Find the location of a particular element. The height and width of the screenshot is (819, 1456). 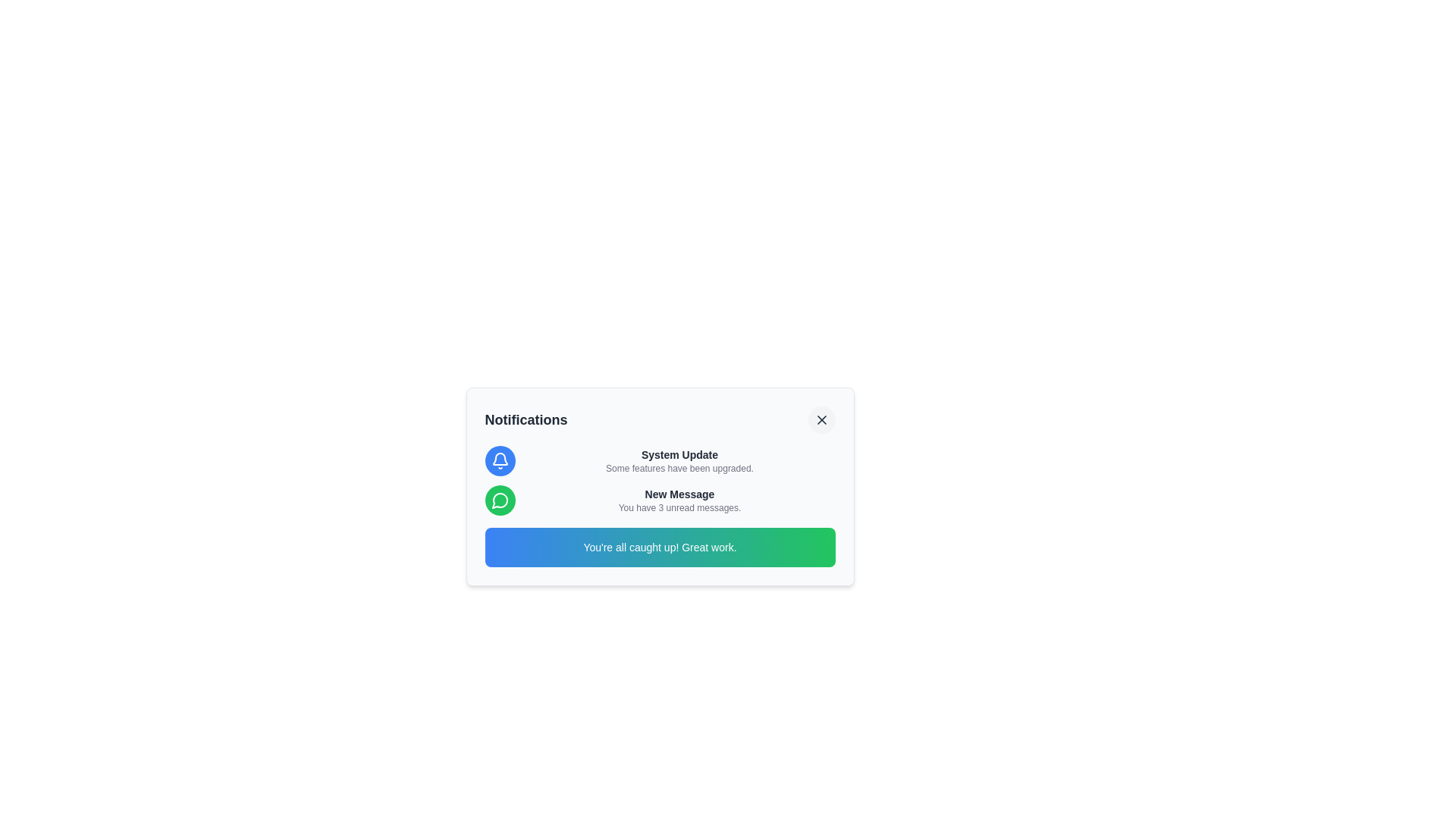

the second notification item in the list that features a green circular icon with a message symbol and displays 'New Message' in bold along with 'You have 3 unread messages' below it is located at coordinates (660, 500).